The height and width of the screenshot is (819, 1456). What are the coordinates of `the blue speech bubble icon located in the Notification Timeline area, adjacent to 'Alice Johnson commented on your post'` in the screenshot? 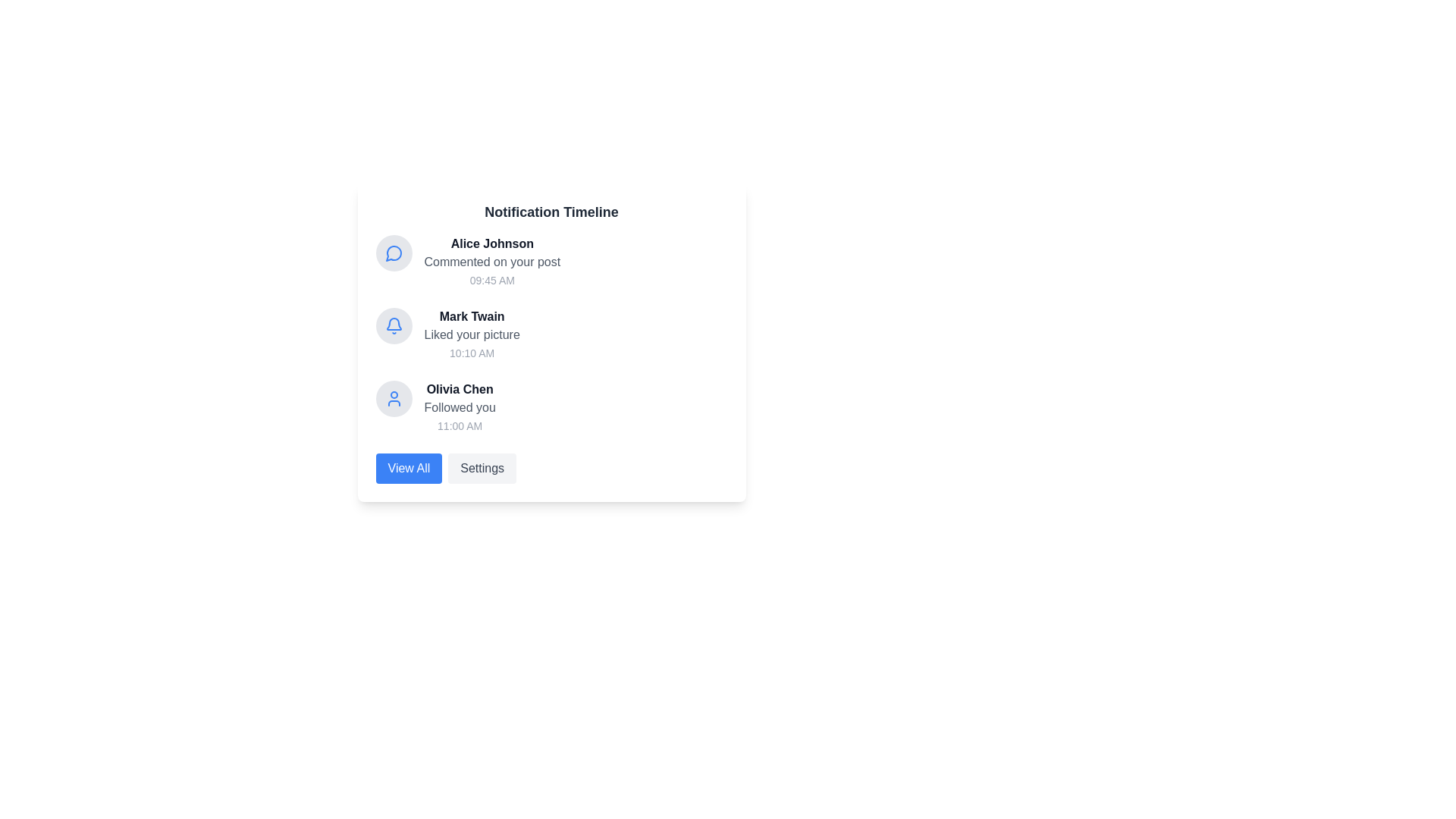 It's located at (393, 253).